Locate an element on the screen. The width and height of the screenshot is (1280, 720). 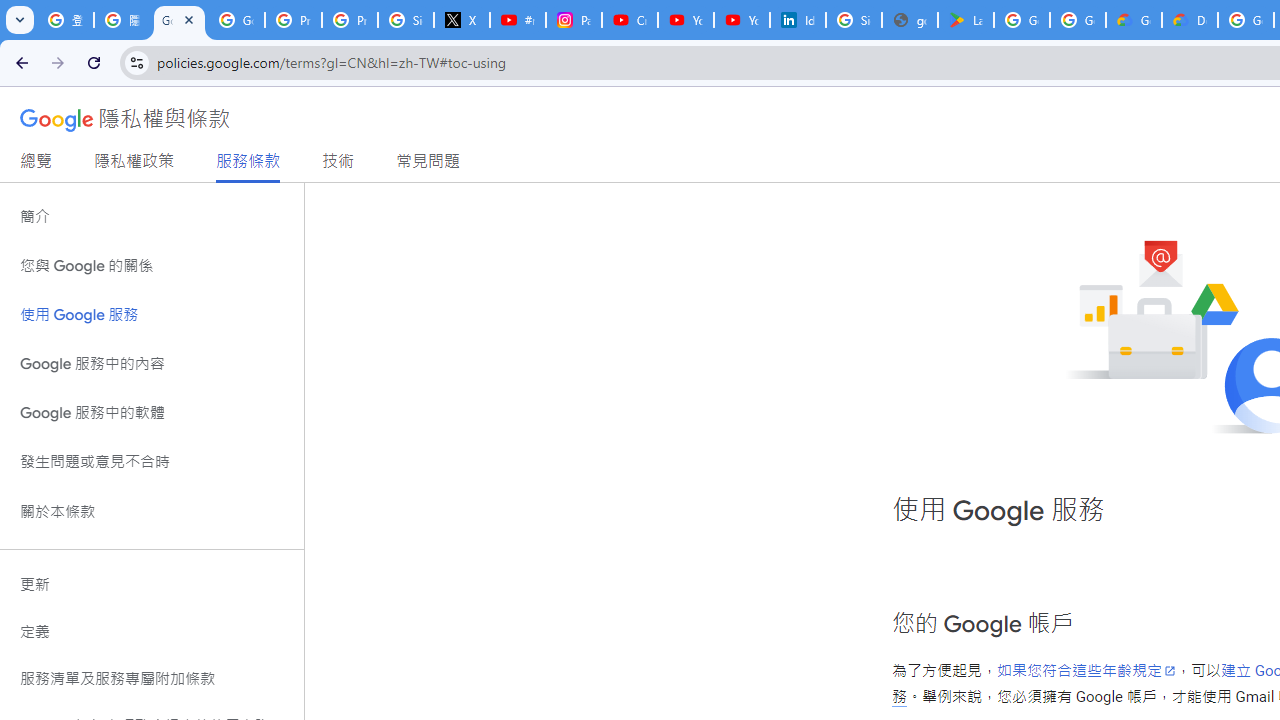
'YouTube Culture & Trends - YouTube Top 10, 2021' is located at coordinates (741, 20).